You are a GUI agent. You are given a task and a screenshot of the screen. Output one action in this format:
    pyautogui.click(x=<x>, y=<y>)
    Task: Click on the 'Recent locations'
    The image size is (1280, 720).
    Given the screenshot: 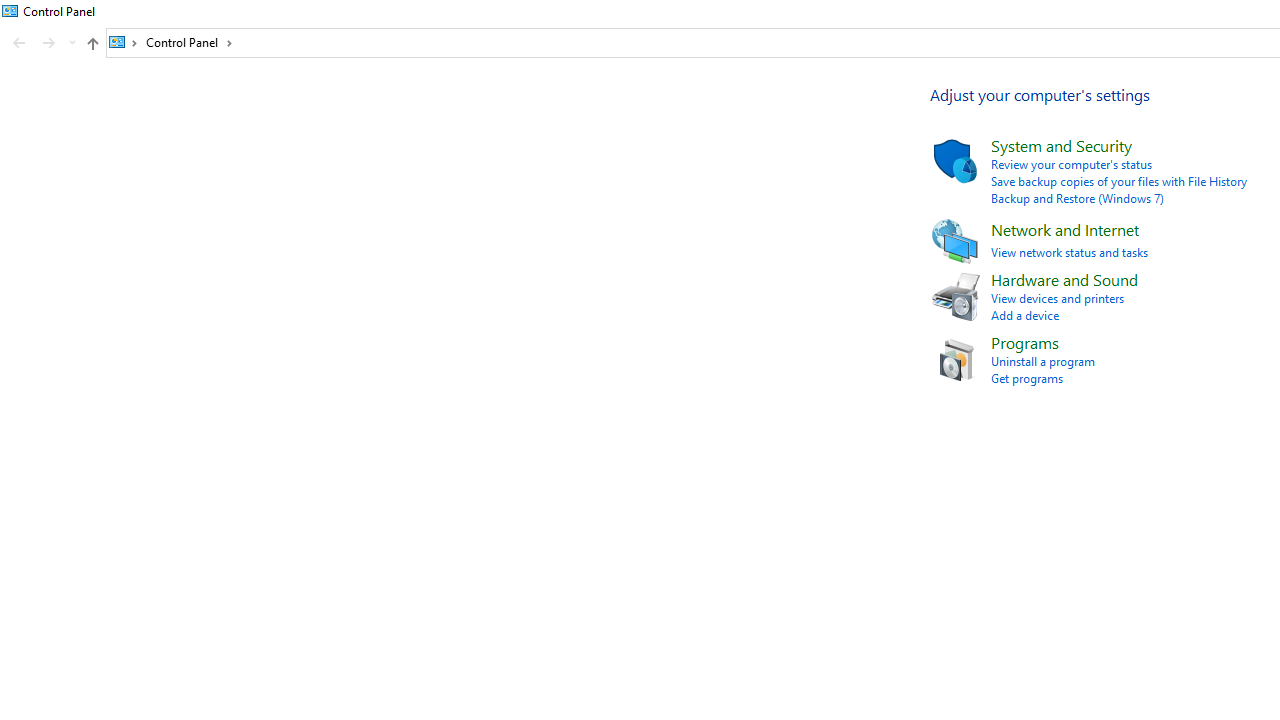 What is the action you would take?
    pyautogui.click(x=71, y=43)
    